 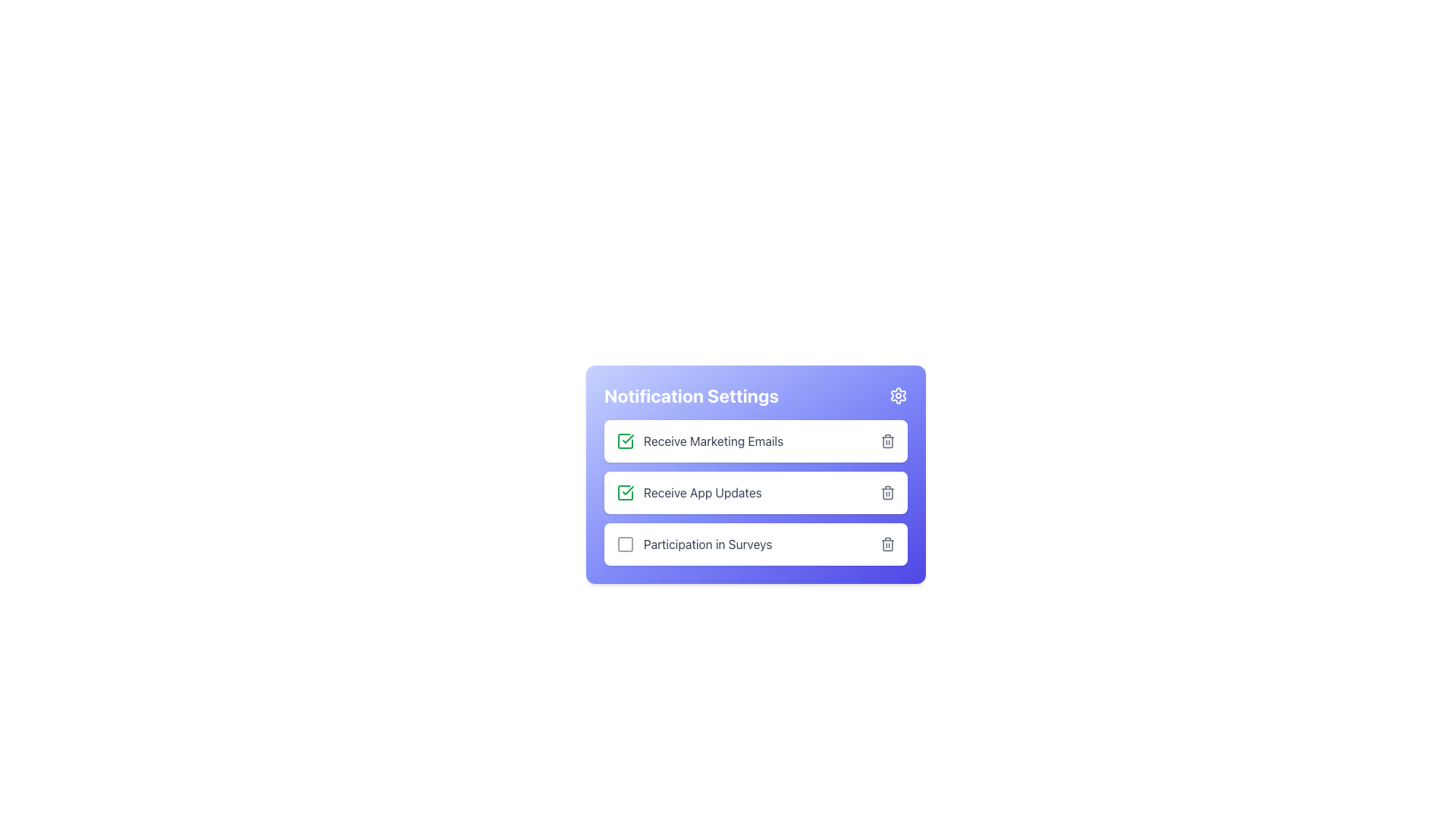 I want to click on the leftmost icon representing the enabled state for the 'Receive Marketing Emails' notification setting, so click(x=626, y=493).